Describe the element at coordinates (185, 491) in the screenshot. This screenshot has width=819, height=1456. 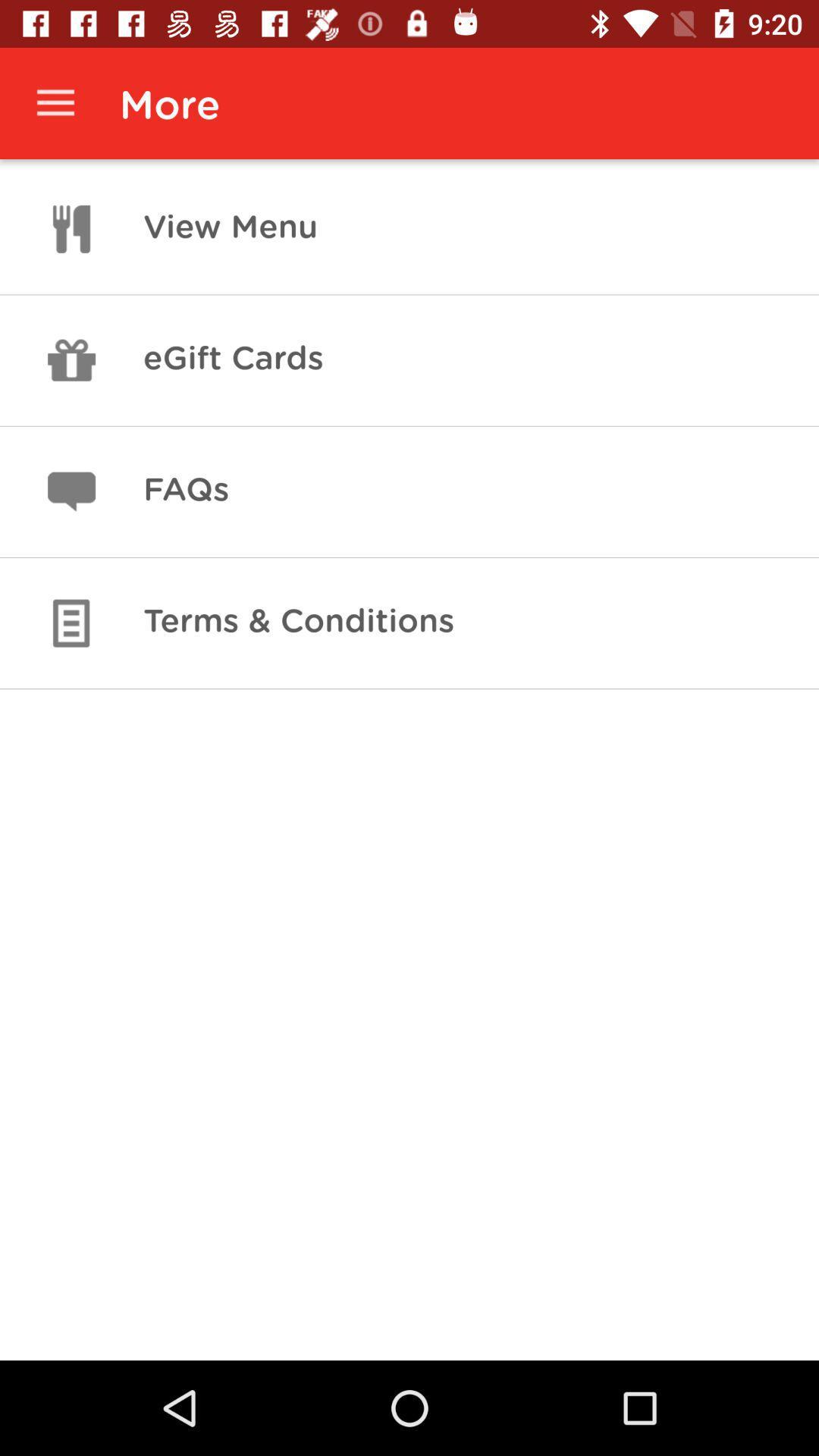
I see `faqs` at that location.